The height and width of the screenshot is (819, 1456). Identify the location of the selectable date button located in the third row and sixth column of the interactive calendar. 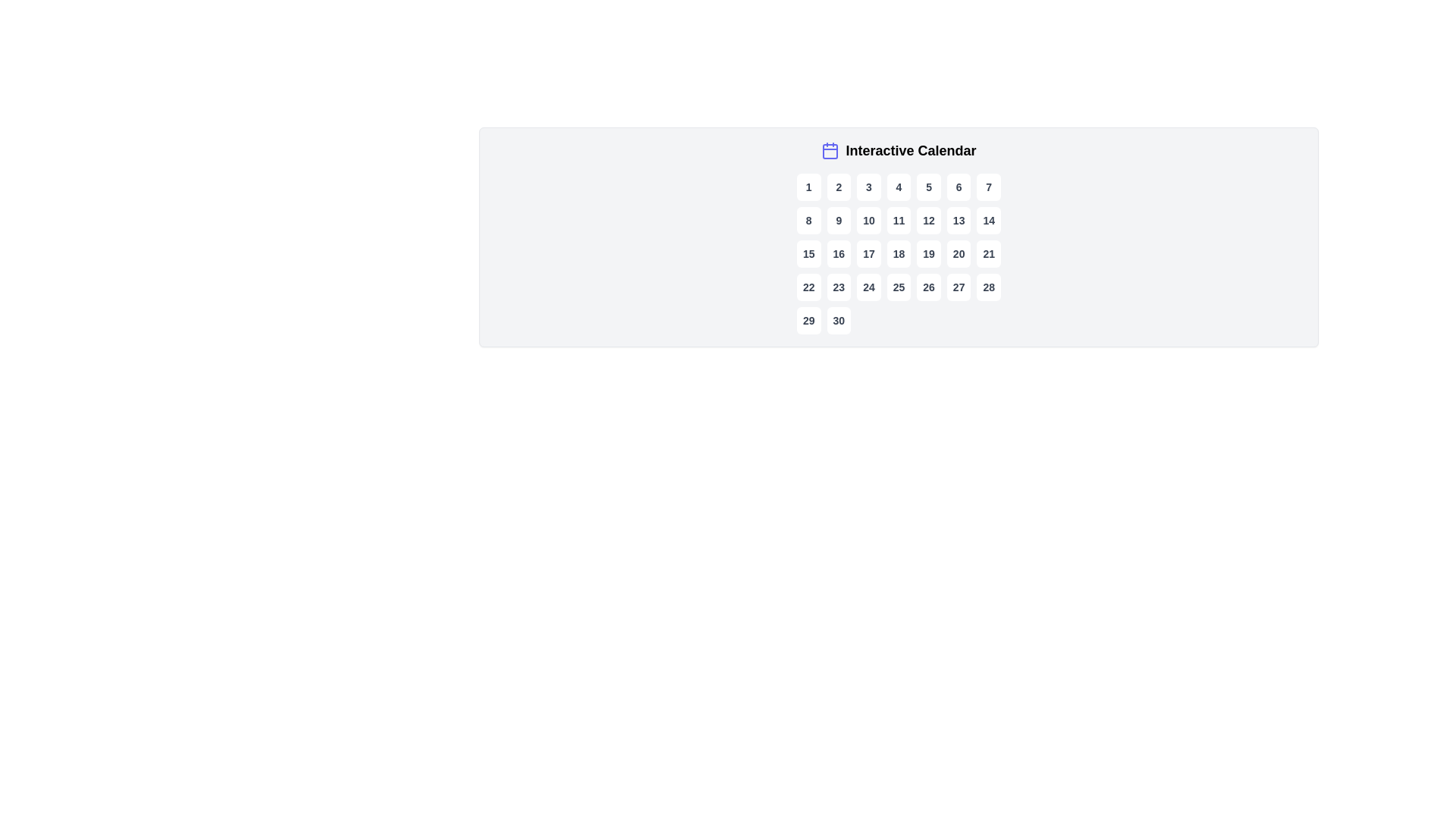
(958, 253).